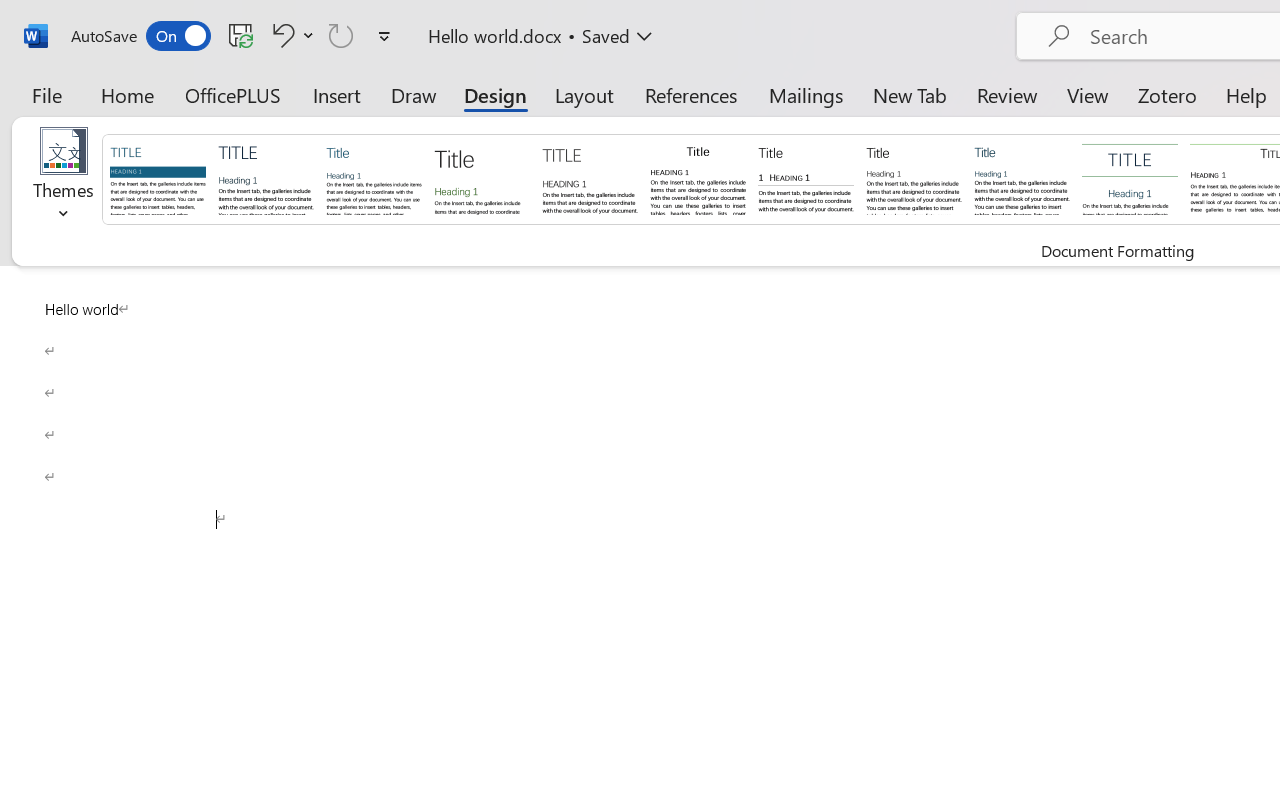 This screenshot has width=1280, height=800. What do you see at coordinates (413, 94) in the screenshot?
I see `'Draw'` at bounding box center [413, 94].